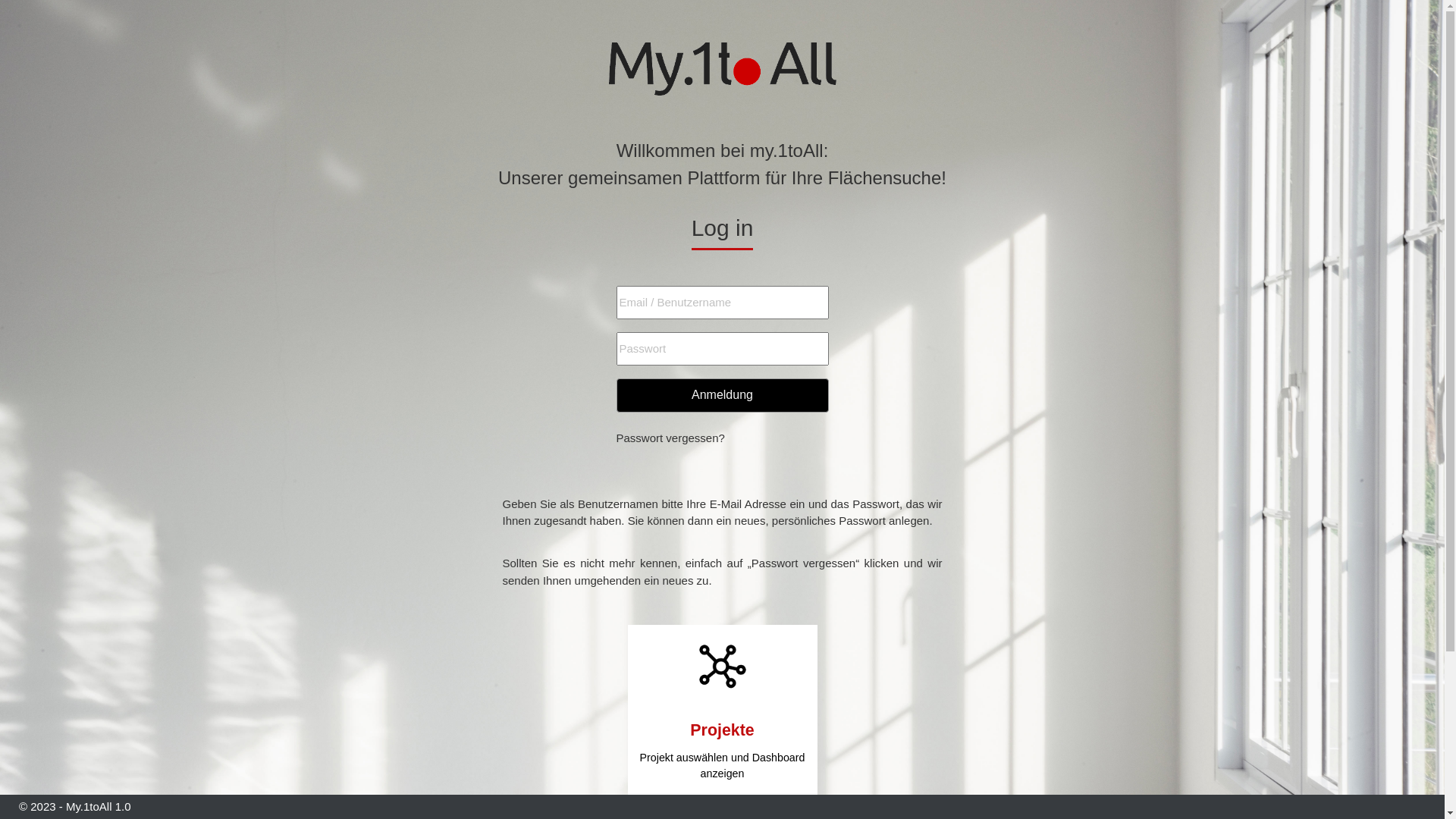 The image size is (1456, 819). What do you see at coordinates (720, 394) in the screenshot?
I see `'Anmeldung'` at bounding box center [720, 394].